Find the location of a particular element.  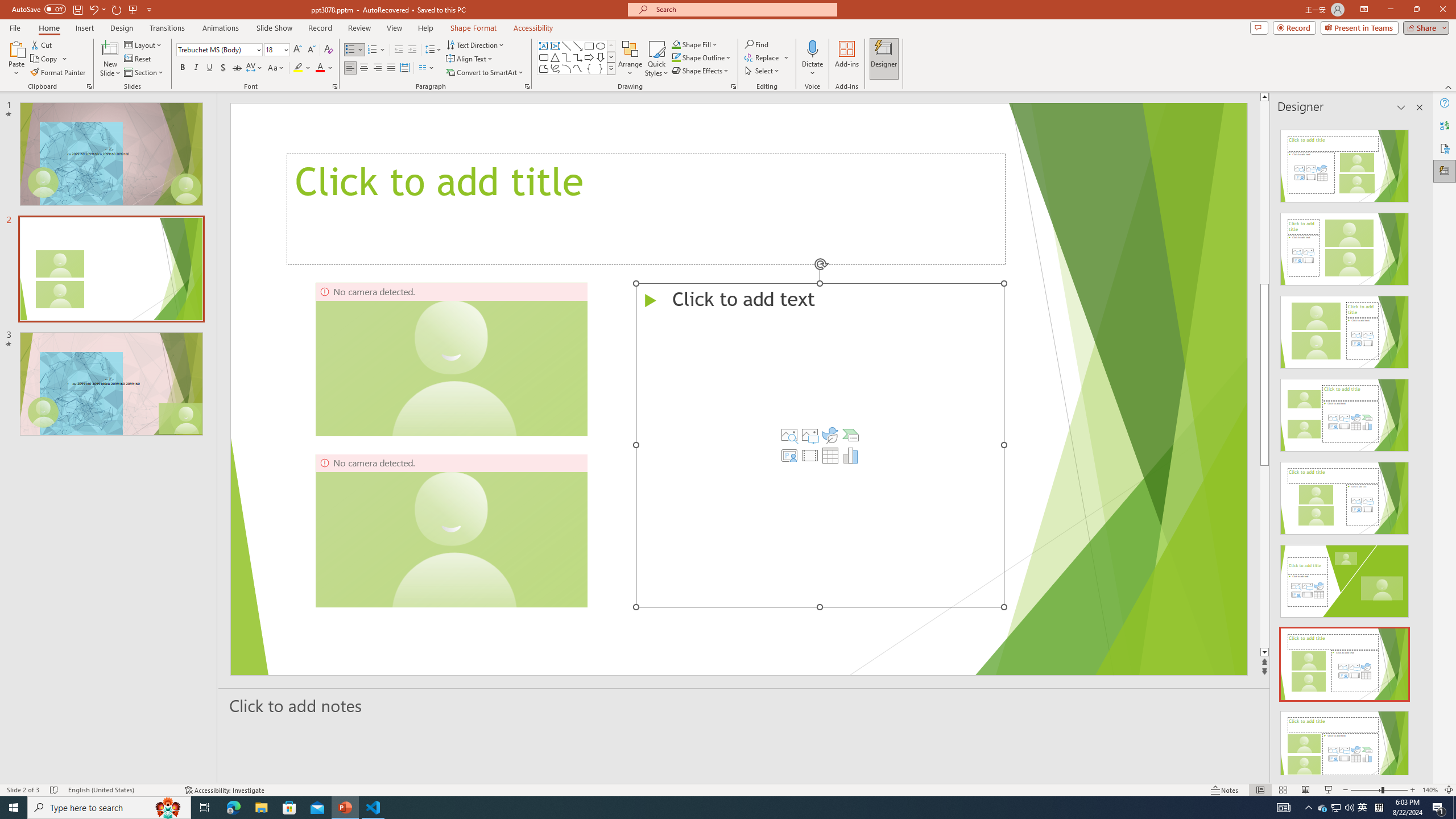

'Shape Fill Dark Green, Accent 2' is located at coordinates (676, 44).